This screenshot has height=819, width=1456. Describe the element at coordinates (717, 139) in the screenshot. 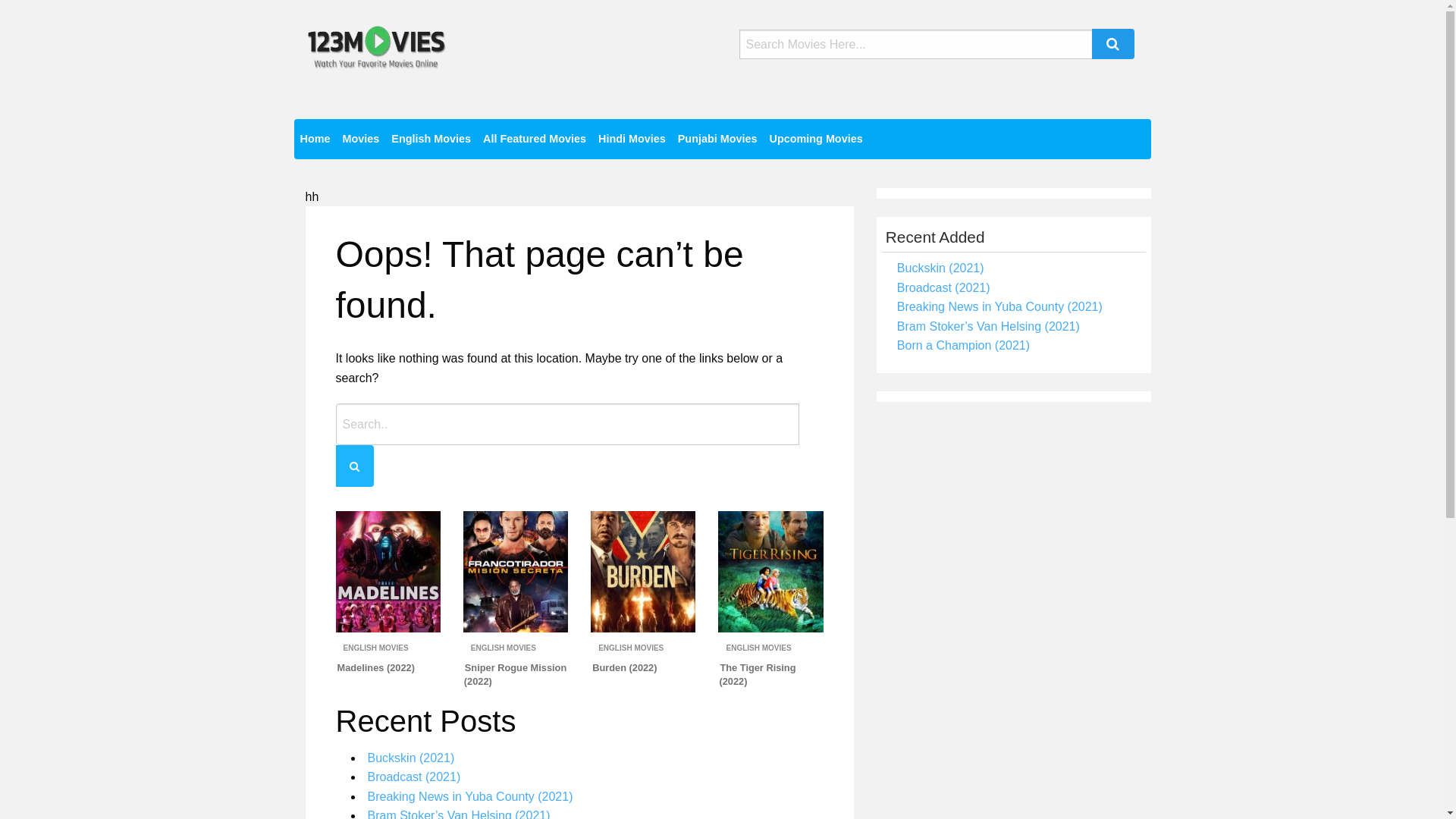

I see `'Punjabi Movies'` at that location.